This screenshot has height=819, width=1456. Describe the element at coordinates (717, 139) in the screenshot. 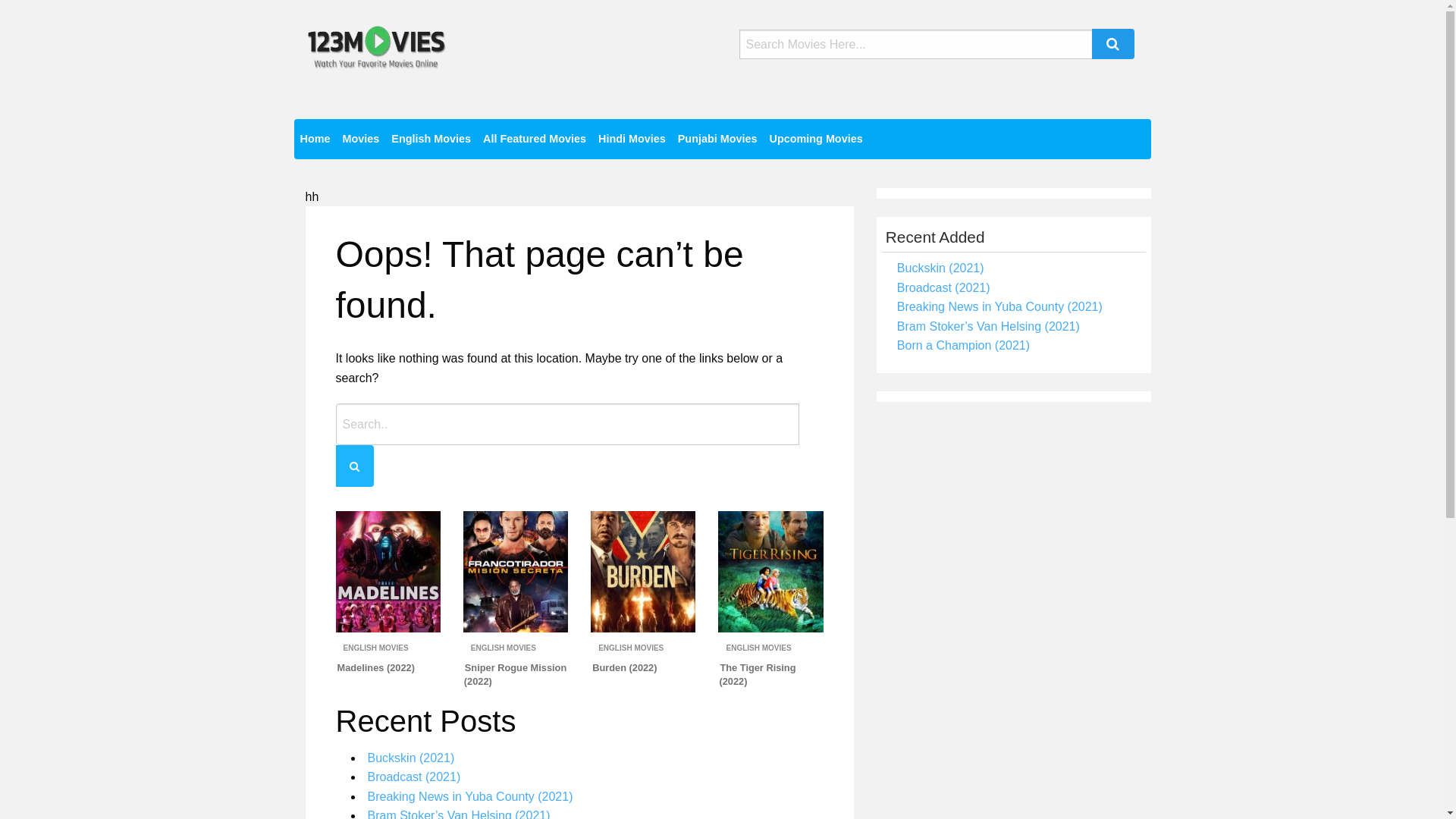

I see `'Punjabi Movies'` at that location.